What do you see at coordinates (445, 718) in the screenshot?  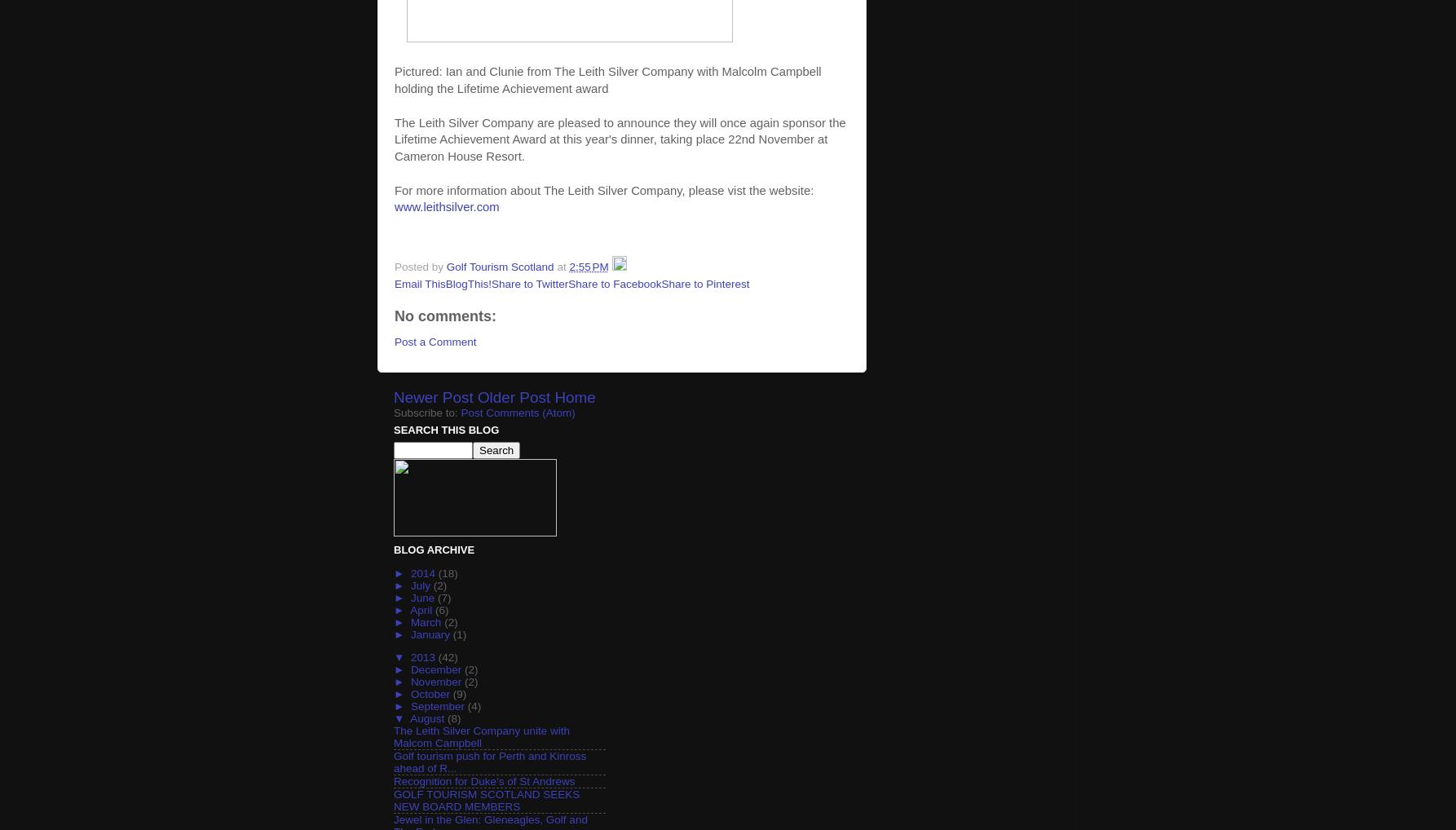 I see `'(8)'` at bounding box center [445, 718].